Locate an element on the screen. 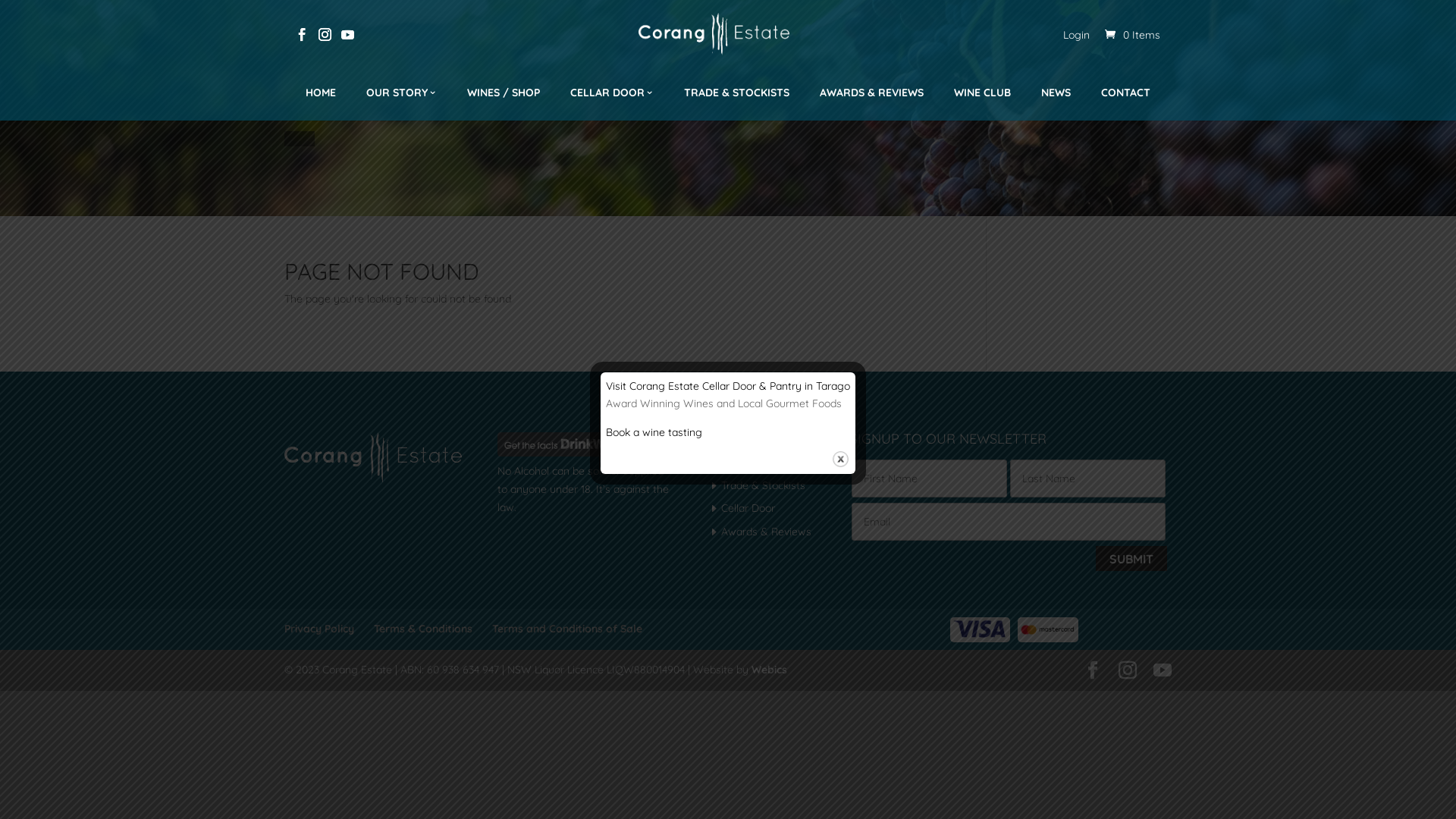 This screenshot has width=1456, height=819. 'Close' is located at coordinates (832, 458).